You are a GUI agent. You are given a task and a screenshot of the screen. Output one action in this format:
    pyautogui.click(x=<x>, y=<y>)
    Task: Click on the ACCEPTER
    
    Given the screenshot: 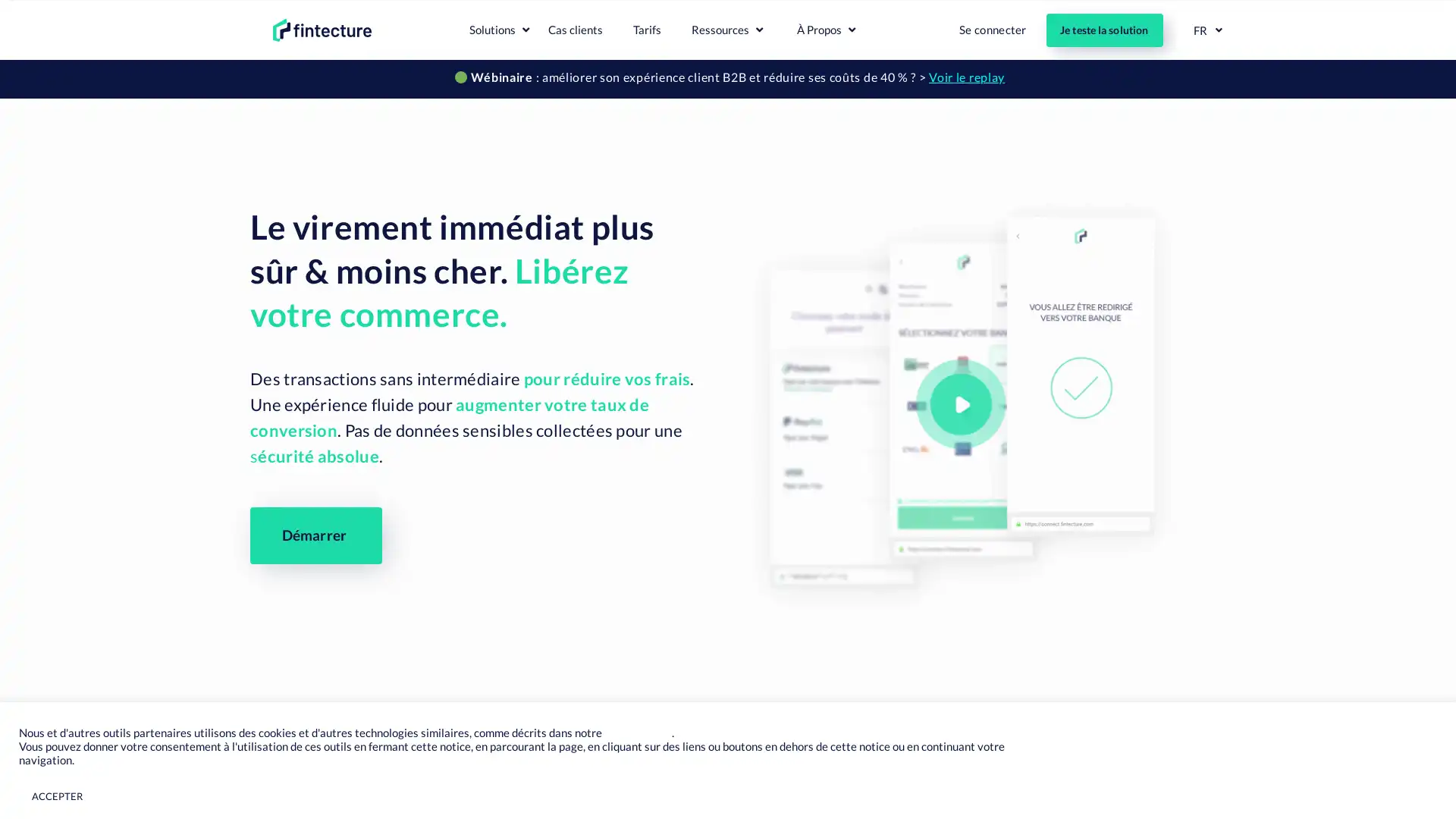 What is the action you would take?
    pyautogui.click(x=57, y=795)
    